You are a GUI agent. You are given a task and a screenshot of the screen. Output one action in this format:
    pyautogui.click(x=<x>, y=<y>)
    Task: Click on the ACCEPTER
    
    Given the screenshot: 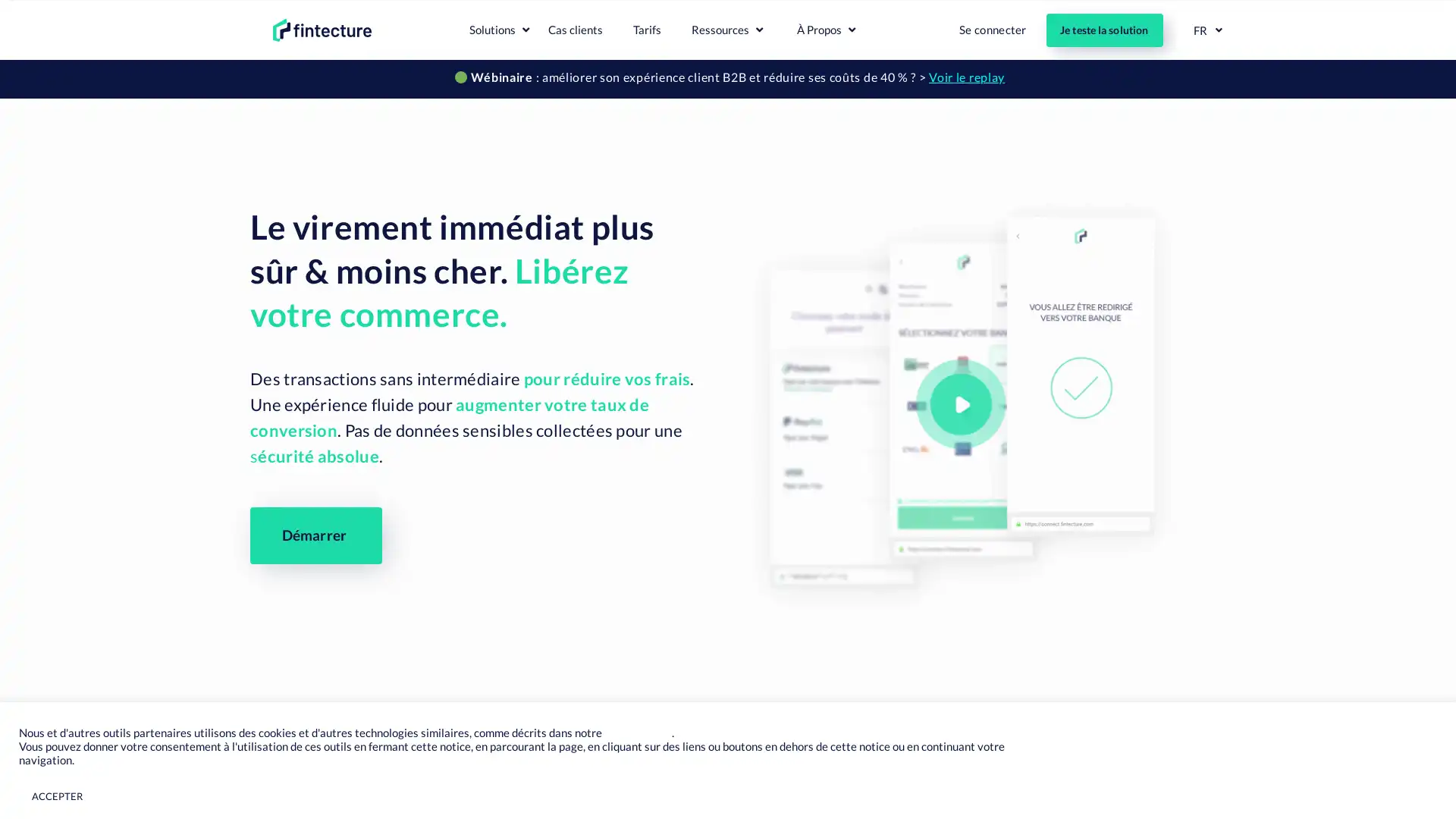 What is the action you would take?
    pyautogui.click(x=57, y=795)
    